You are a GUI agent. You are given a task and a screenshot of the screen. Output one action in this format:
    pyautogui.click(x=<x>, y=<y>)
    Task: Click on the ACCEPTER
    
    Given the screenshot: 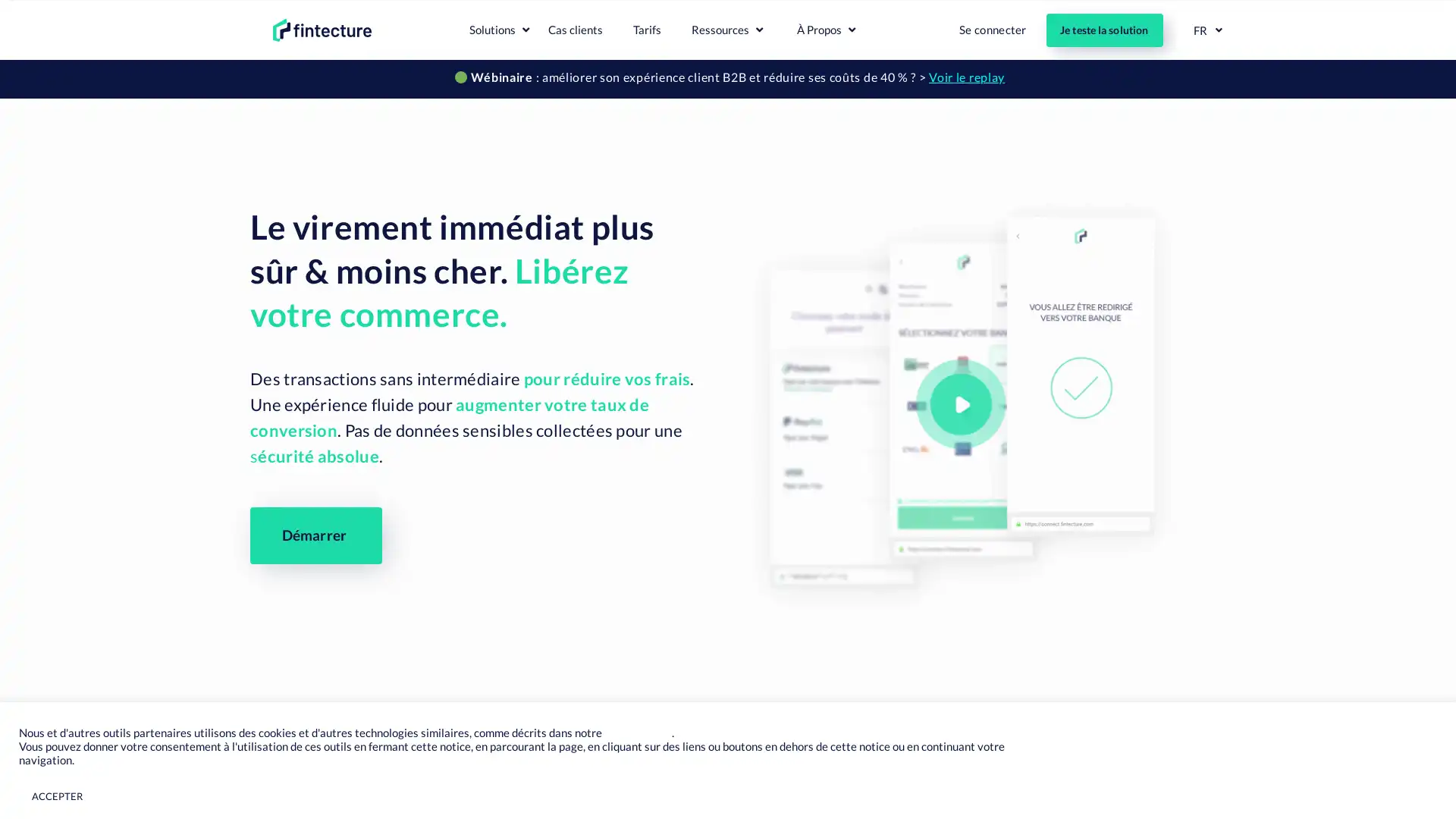 What is the action you would take?
    pyautogui.click(x=57, y=795)
    